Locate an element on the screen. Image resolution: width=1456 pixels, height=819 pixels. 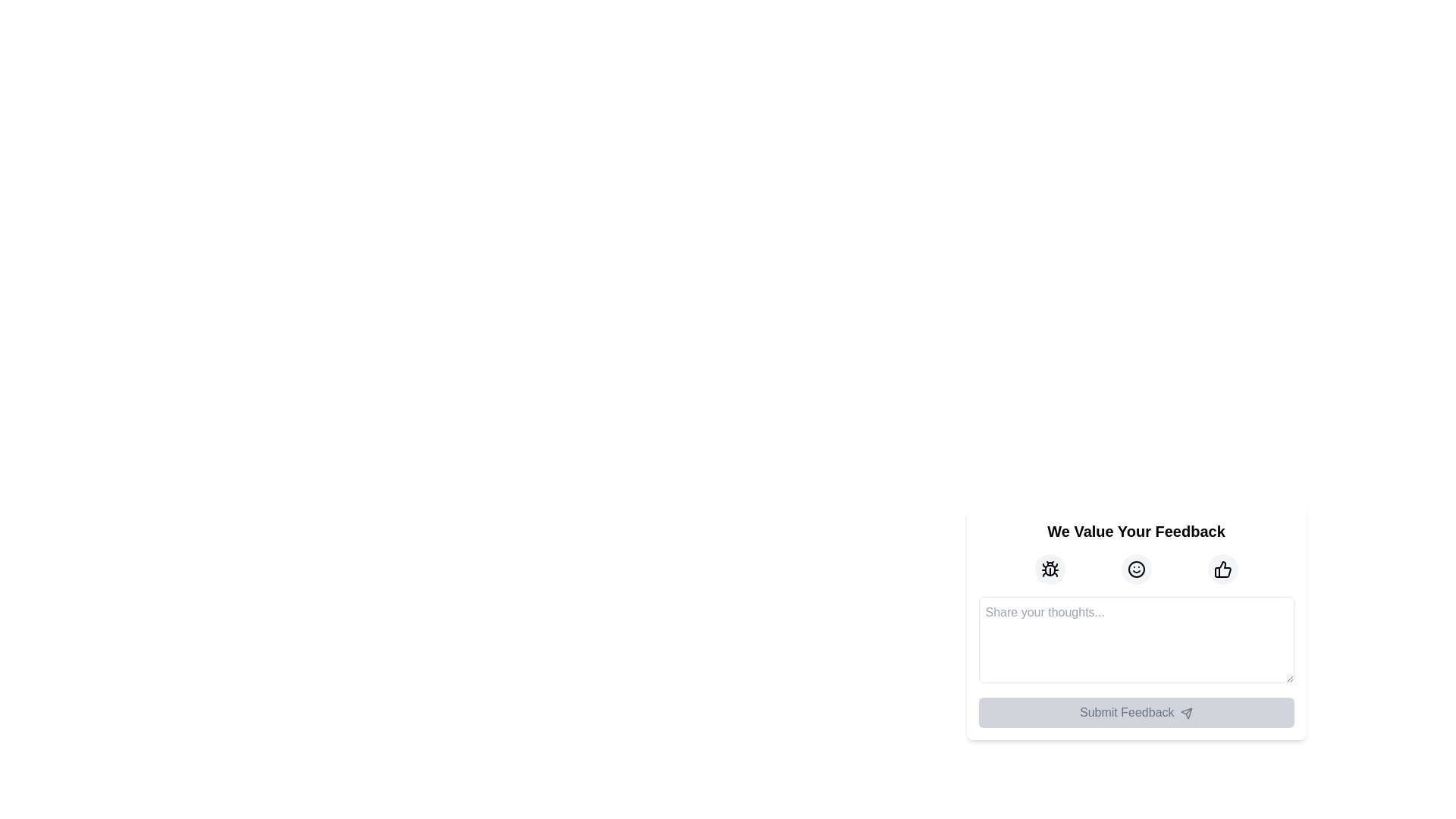
the circular smiley icon with a rounded appearance and a smiley face symbol located at the center of a horizontal group of three similar icons is located at coordinates (1136, 570).